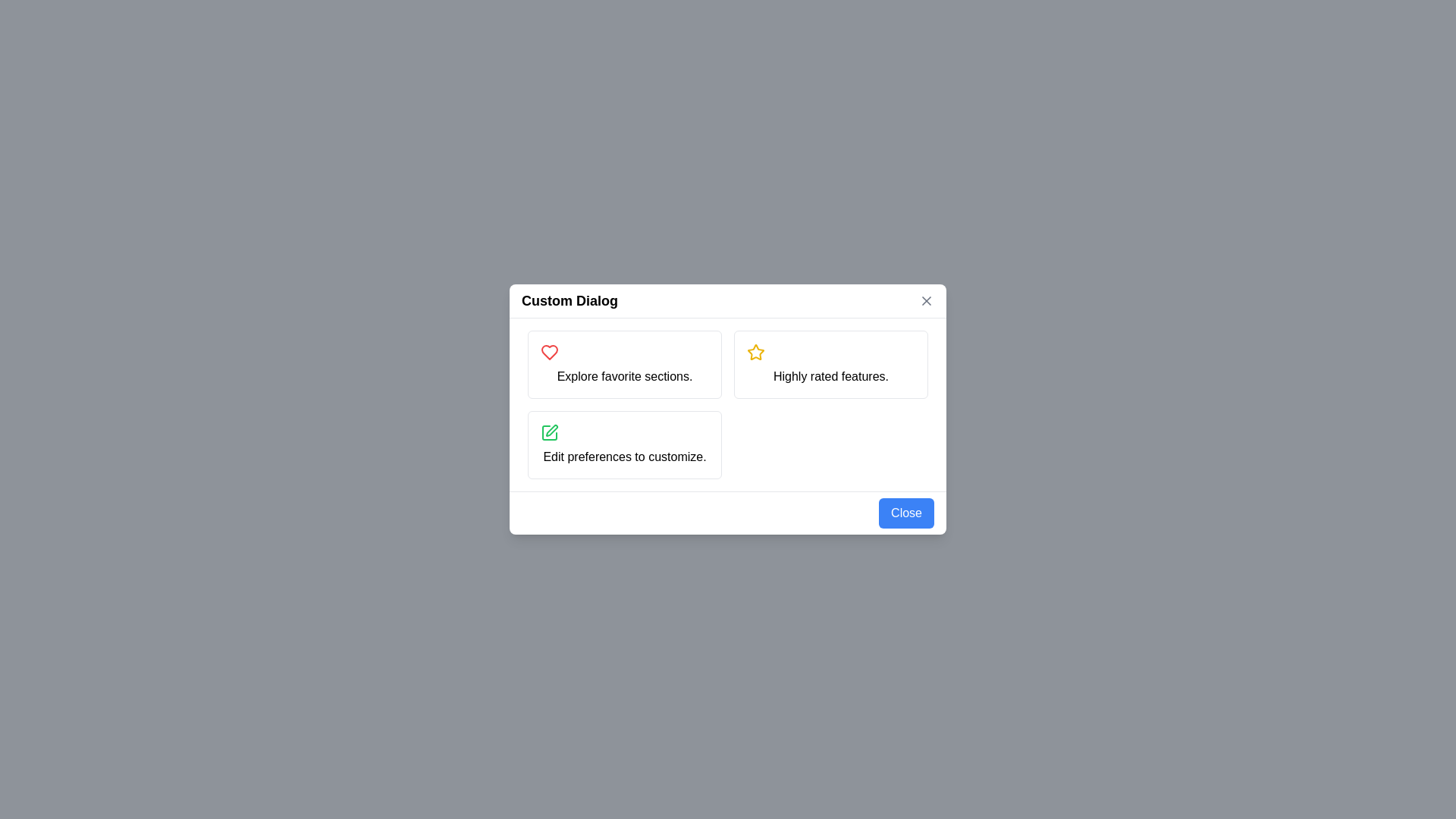 The height and width of the screenshot is (819, 1456). I want to click on the heart-shaped icon with a red stroke located in the top-left section of the 'Custom Dialog' button grid, so click(548, 353).